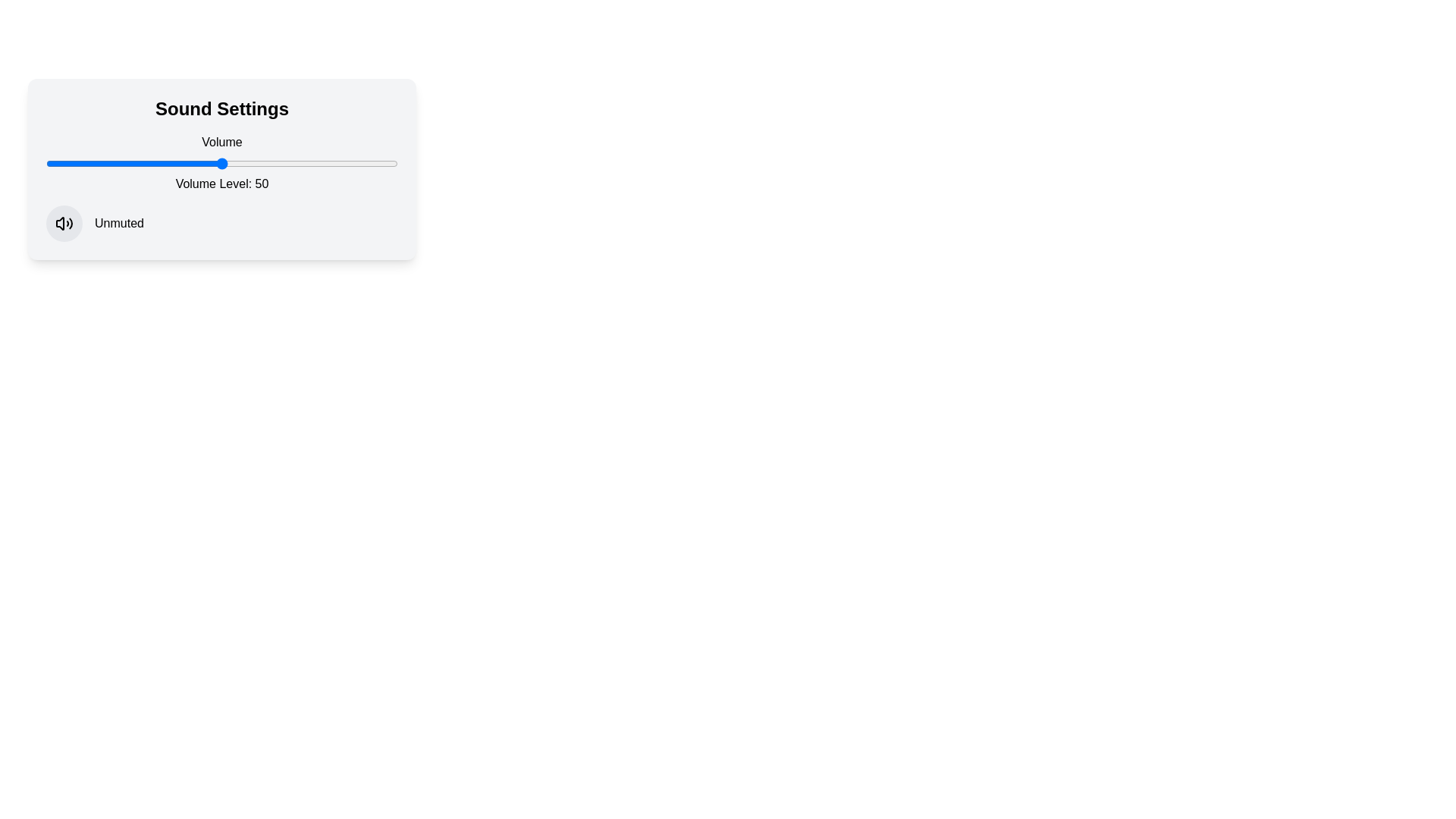 The width and height of the screenshot is (1456, 819). What do you see at coordinates (118, 223) in the screenshot?
I see `the Text Label indicating the current status of the sound settings, which shows that the audio is not muted, located to the right of the speaker icon in the 'Sound Settings' section` at bounding box center [118, 223].